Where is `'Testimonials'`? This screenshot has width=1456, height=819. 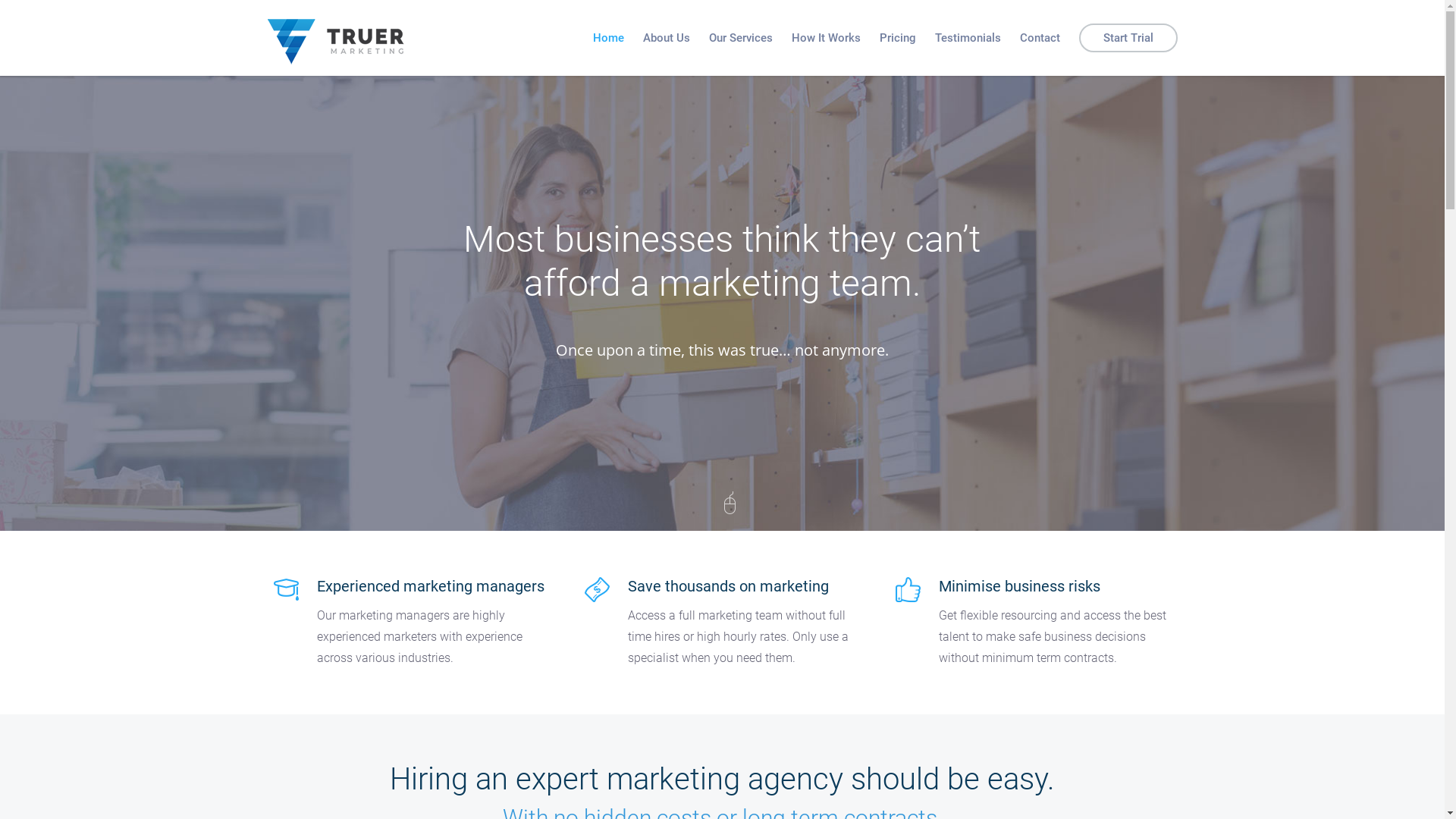
'Testimonials' is located at coordinates (966, 37).